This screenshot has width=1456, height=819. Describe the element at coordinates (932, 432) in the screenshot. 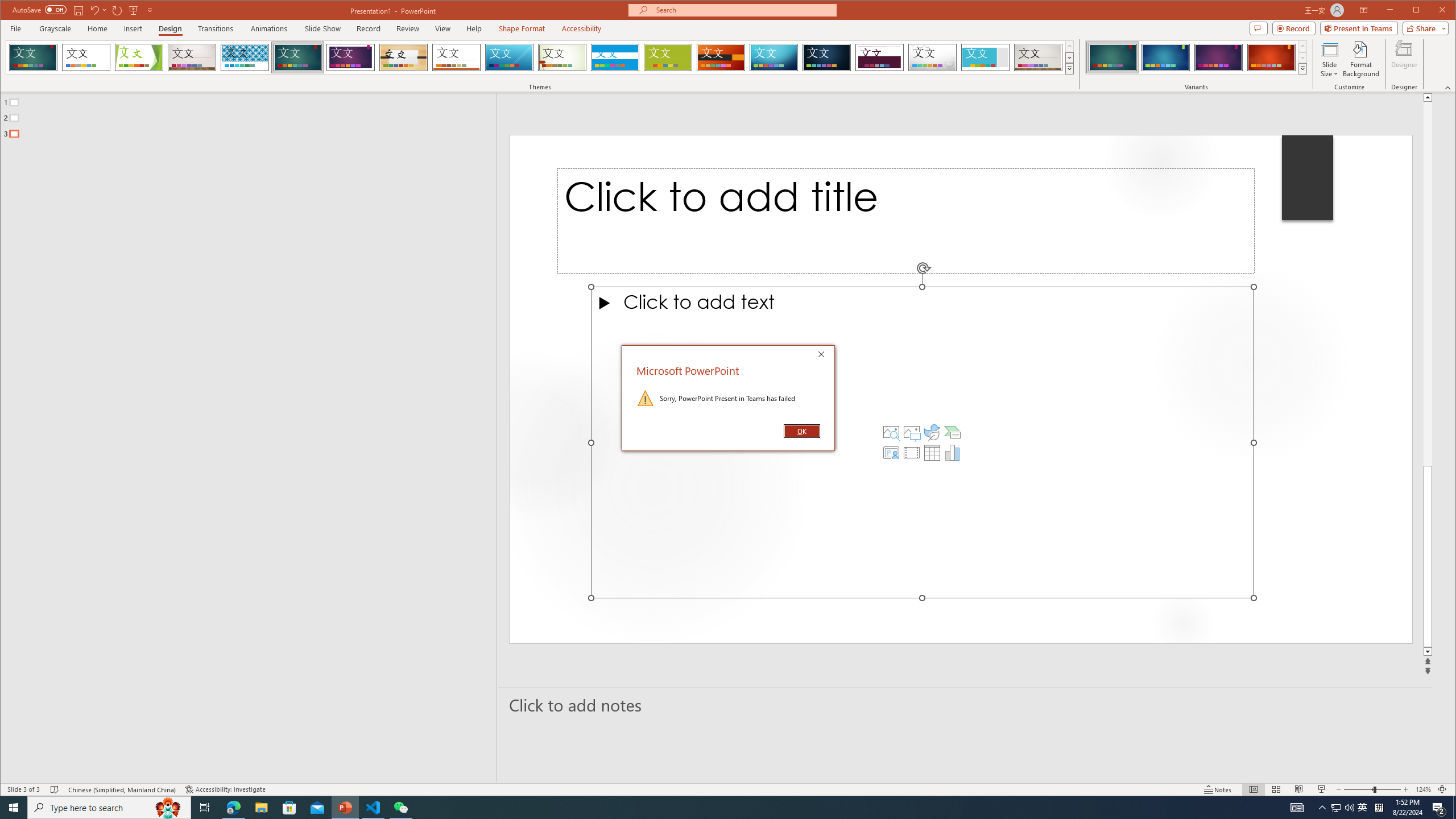

I see `'Insert an Icon'` at that location.